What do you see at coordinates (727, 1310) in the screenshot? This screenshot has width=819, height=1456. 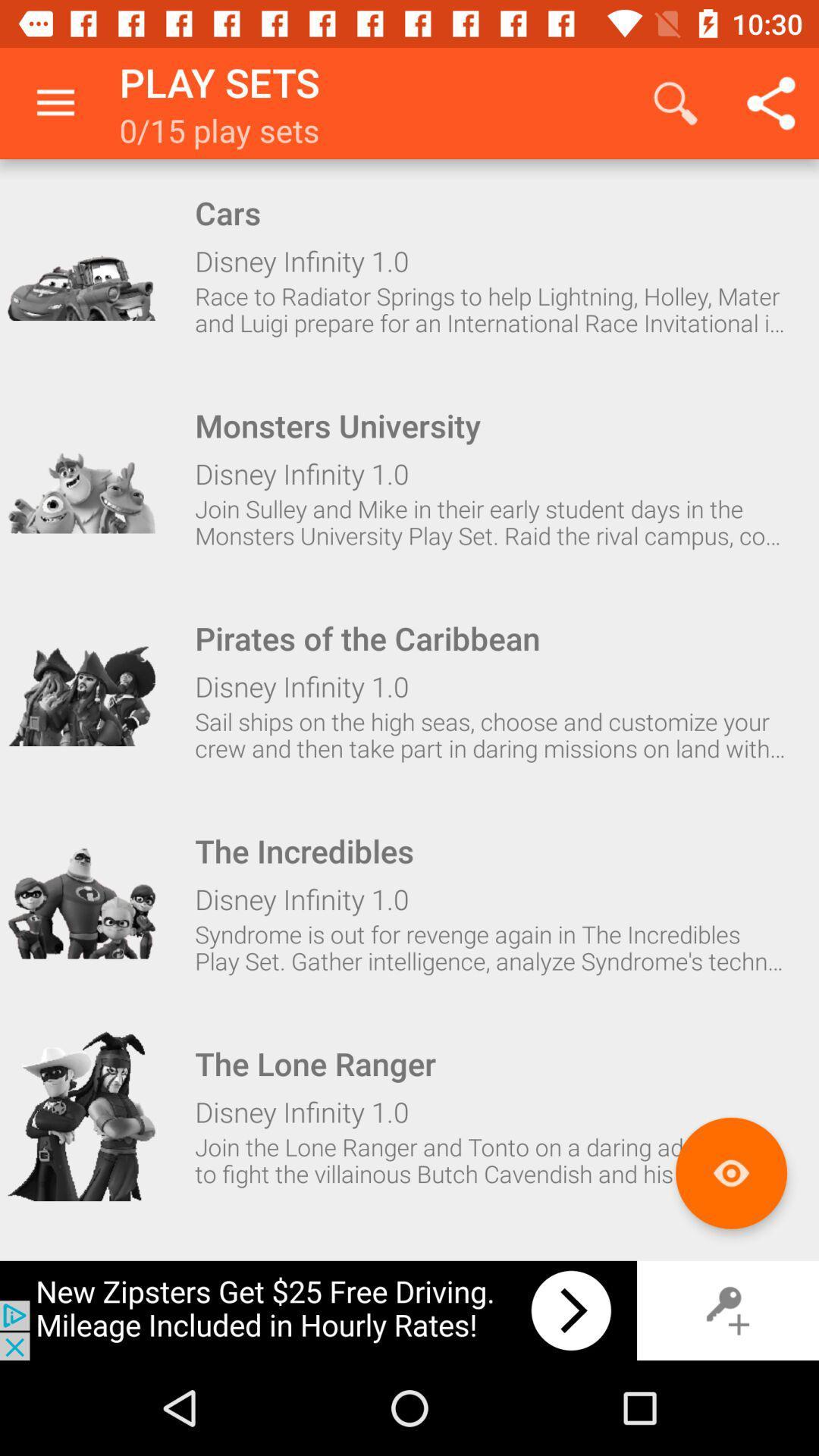 I see `key` at bounding box center [727, 1310].